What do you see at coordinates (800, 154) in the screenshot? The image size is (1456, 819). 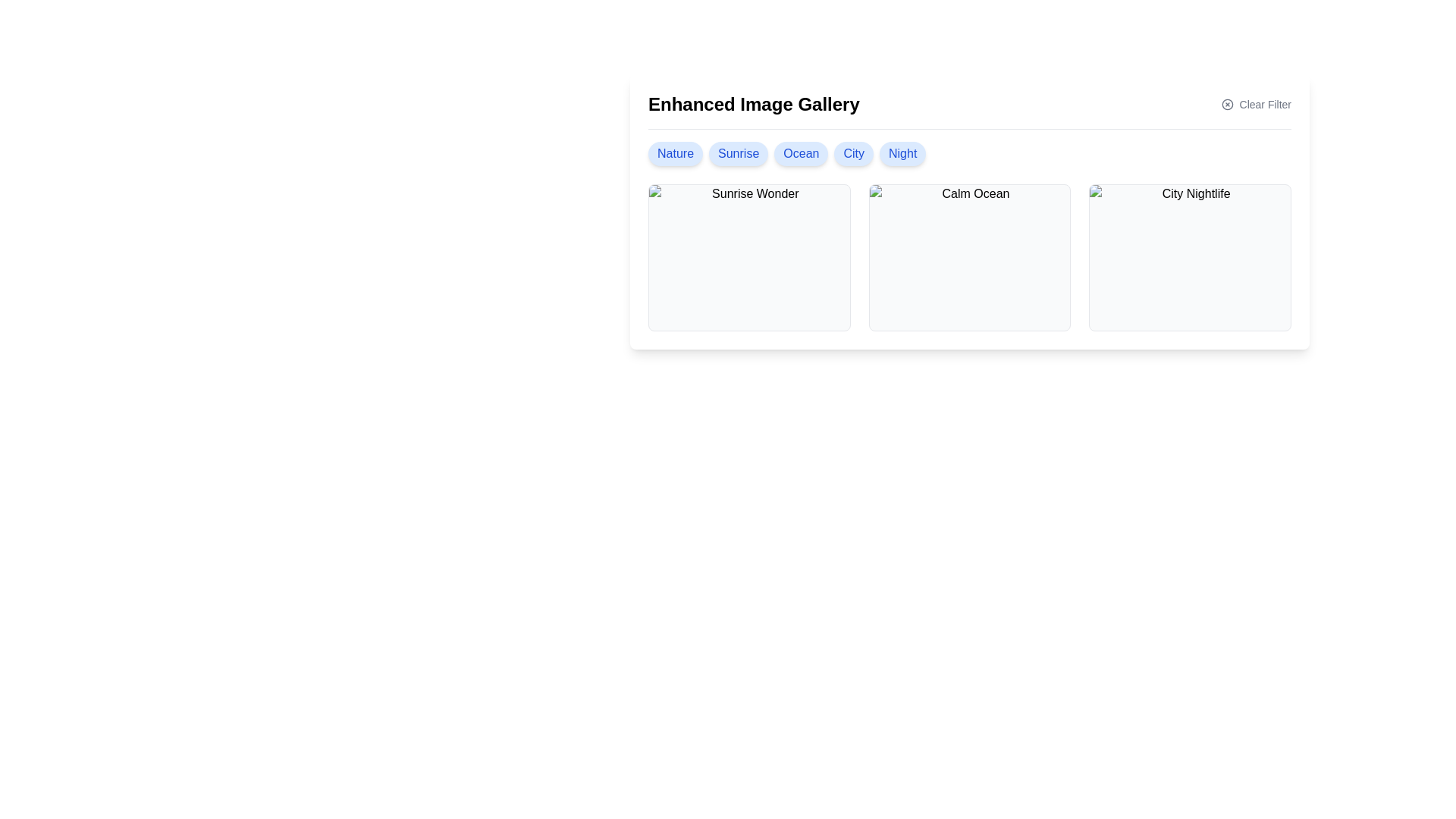 I see `the third tag in the Enhanced Image Gallery interface` at bounding box center [800, 154].